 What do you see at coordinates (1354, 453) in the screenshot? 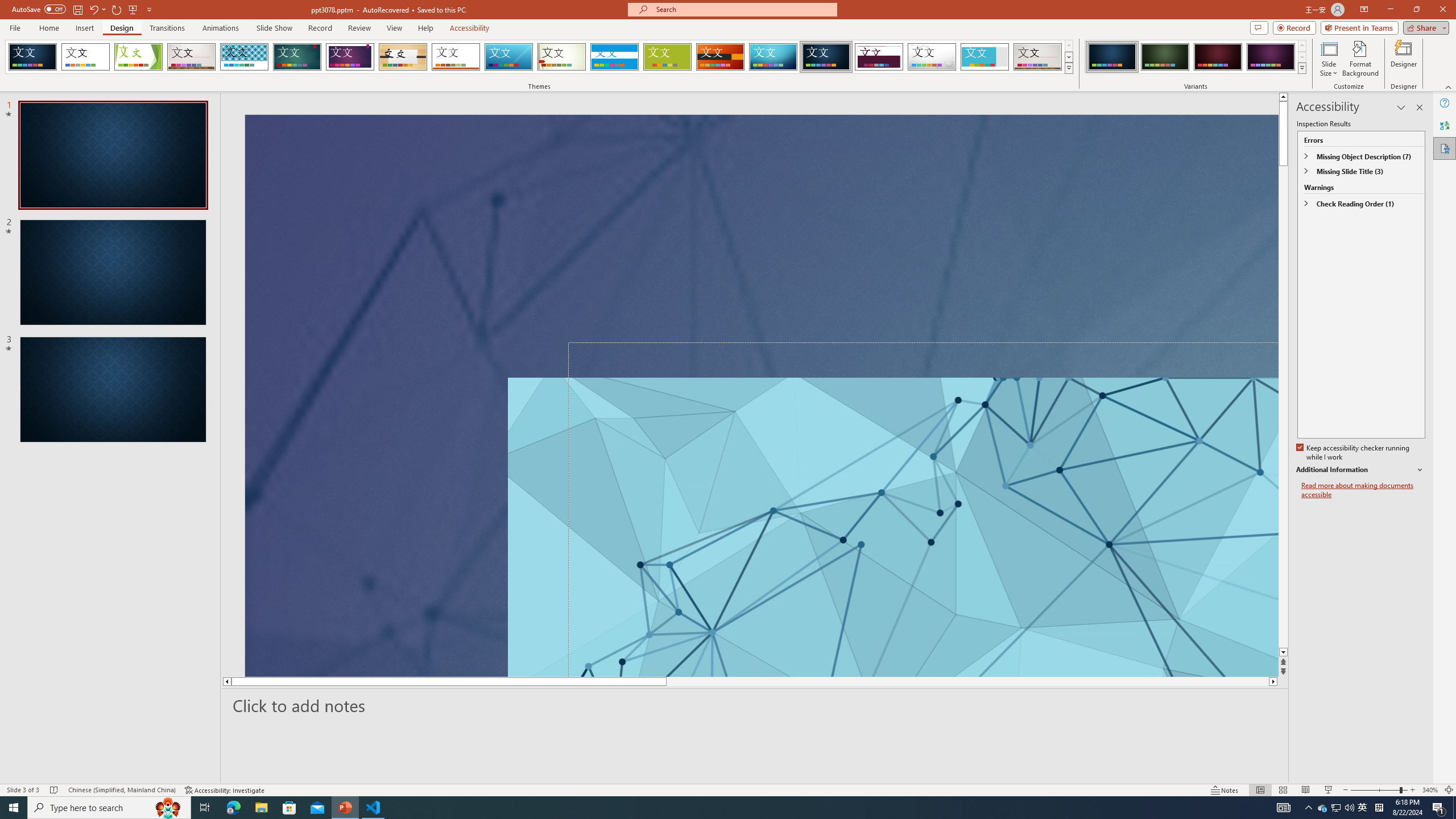
I see `'Keep accessibility checker running while I work'` at bounding box center [1354, 453].